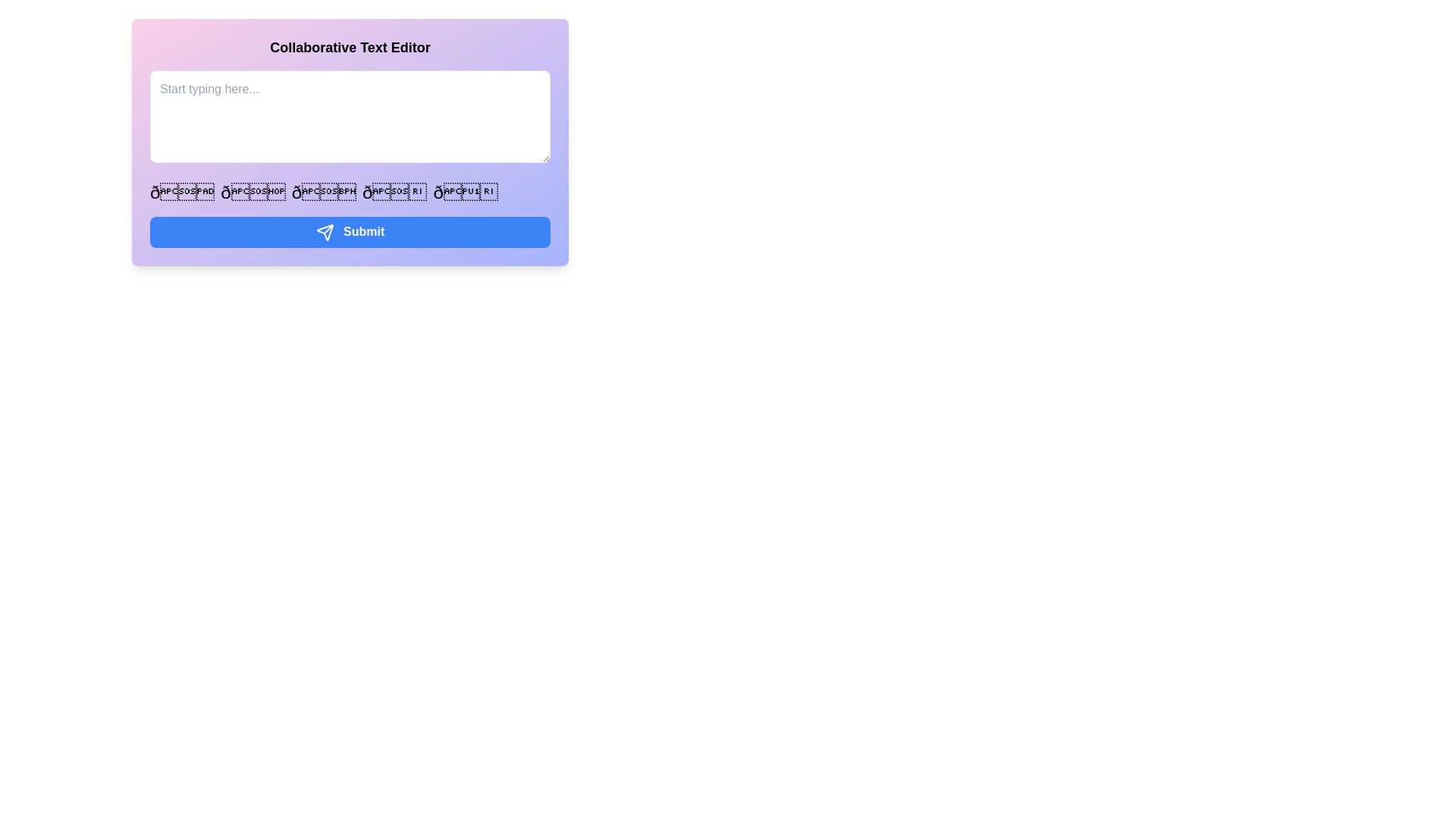  Describe the element at coordinates (465, 192) in the screenshot. I see `the last emoji-like character (thumbs-up symbol, 👍) in the horizontal sequence below the text input field in the 'Collaborative Text Editor' to interact with it` at that location.